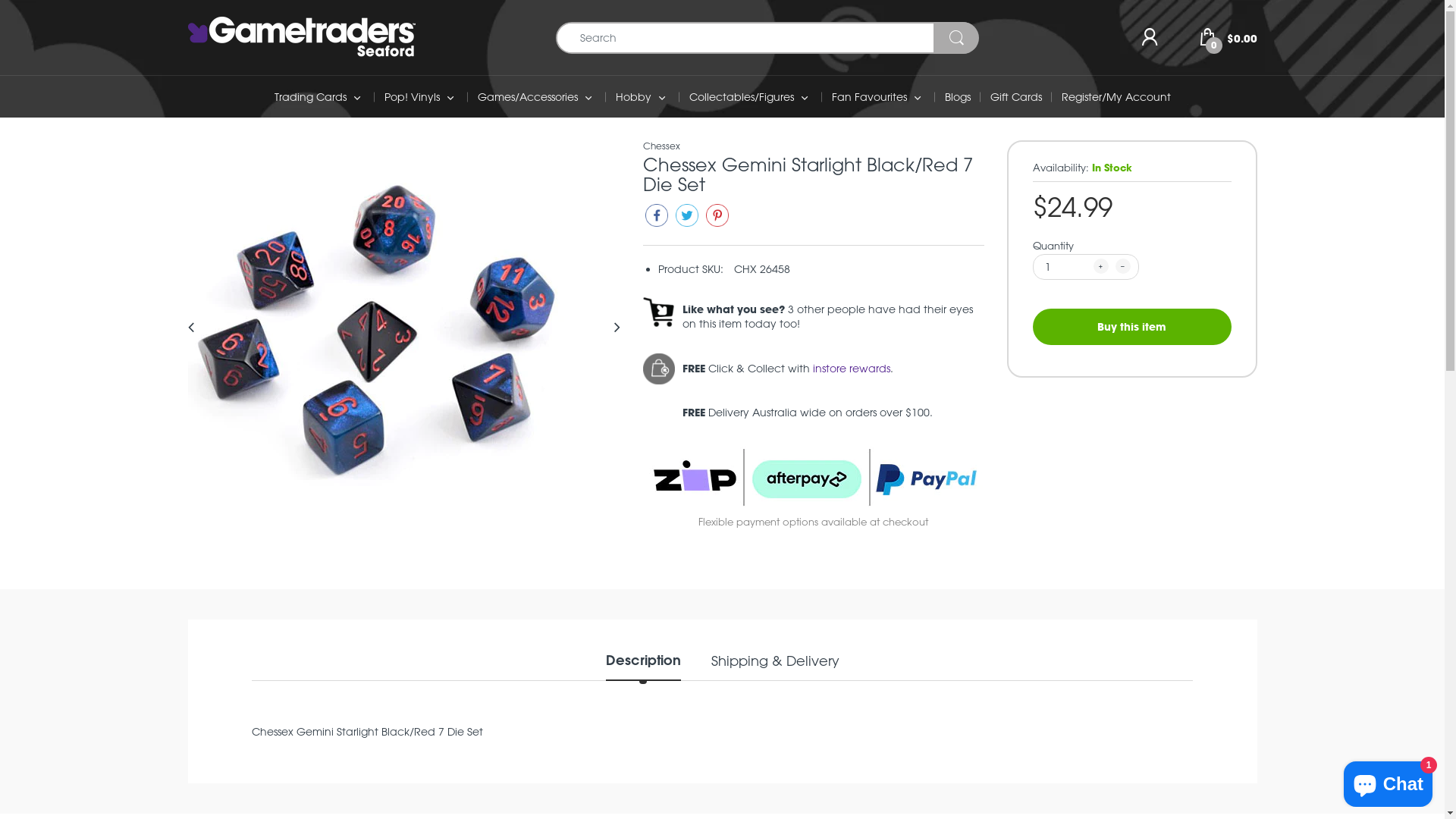 The width and height of the screenshot is (1456, 819). I want to click on 'Shipping & Delivery', so click(710, 665).